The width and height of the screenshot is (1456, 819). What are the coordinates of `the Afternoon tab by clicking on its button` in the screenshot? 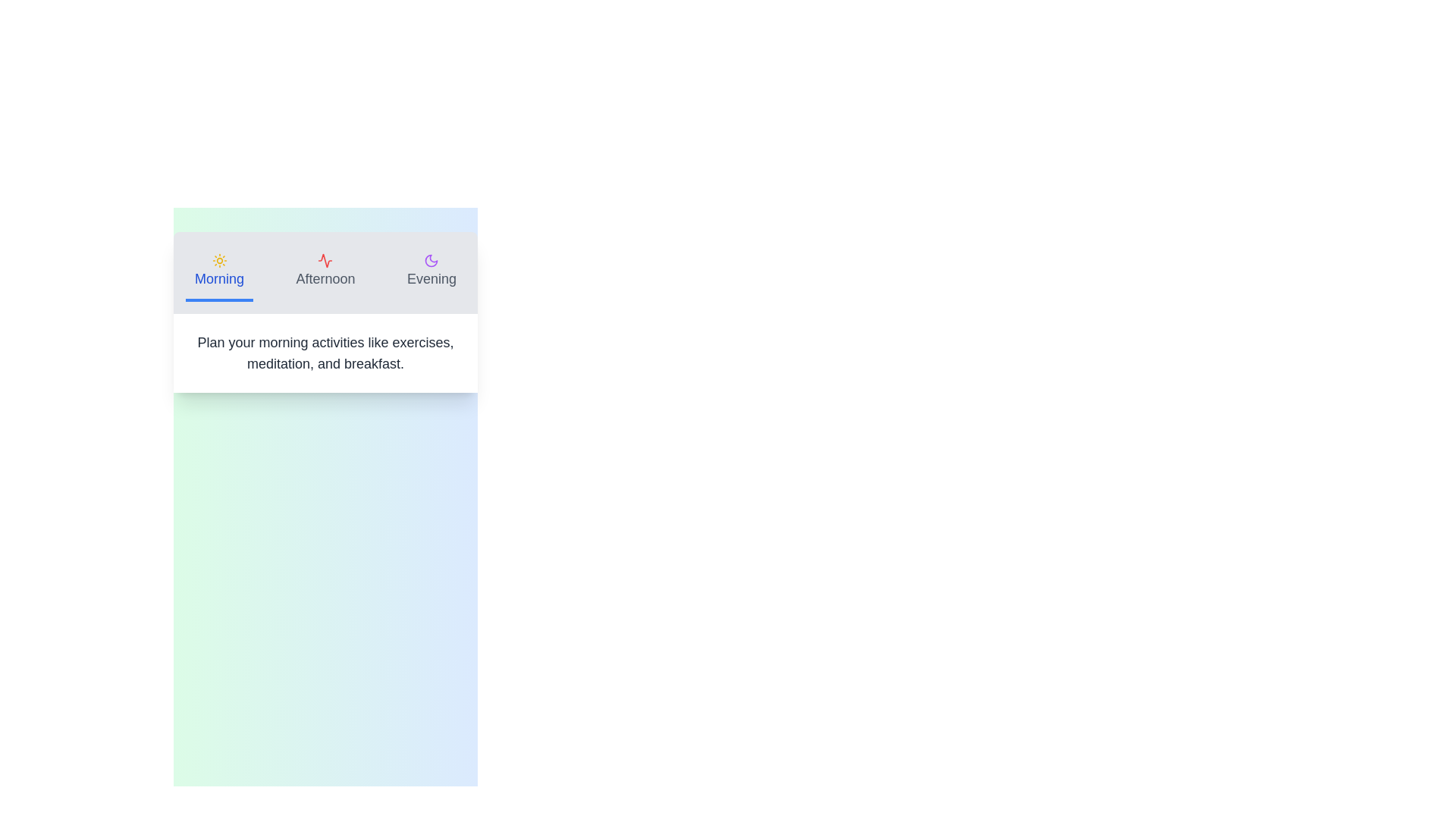 It's located at (325, 271).